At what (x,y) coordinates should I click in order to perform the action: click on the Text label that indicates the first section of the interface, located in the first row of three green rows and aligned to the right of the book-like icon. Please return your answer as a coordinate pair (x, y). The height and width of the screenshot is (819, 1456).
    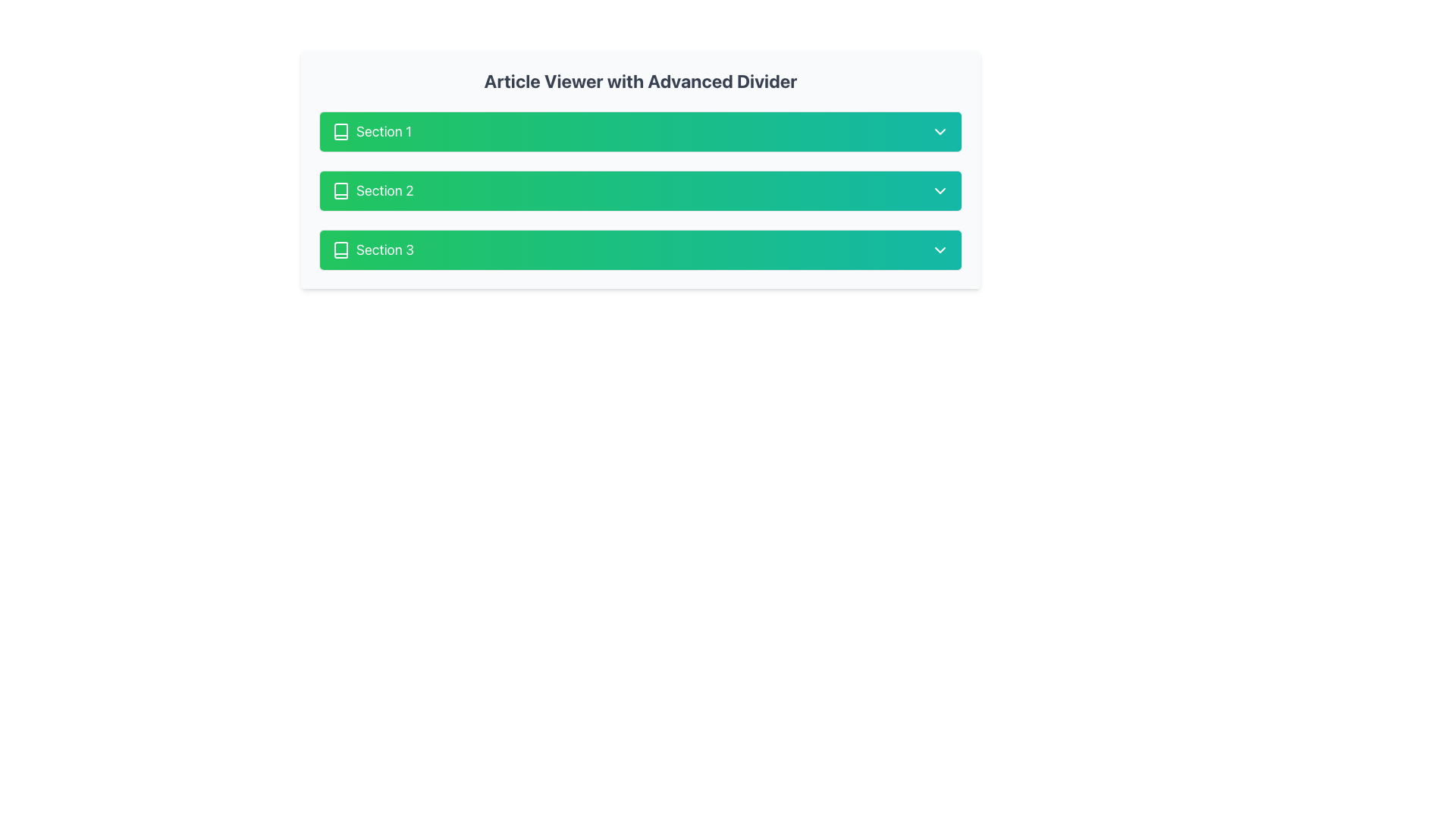
    Looking at the image, I should click on (384, 130).